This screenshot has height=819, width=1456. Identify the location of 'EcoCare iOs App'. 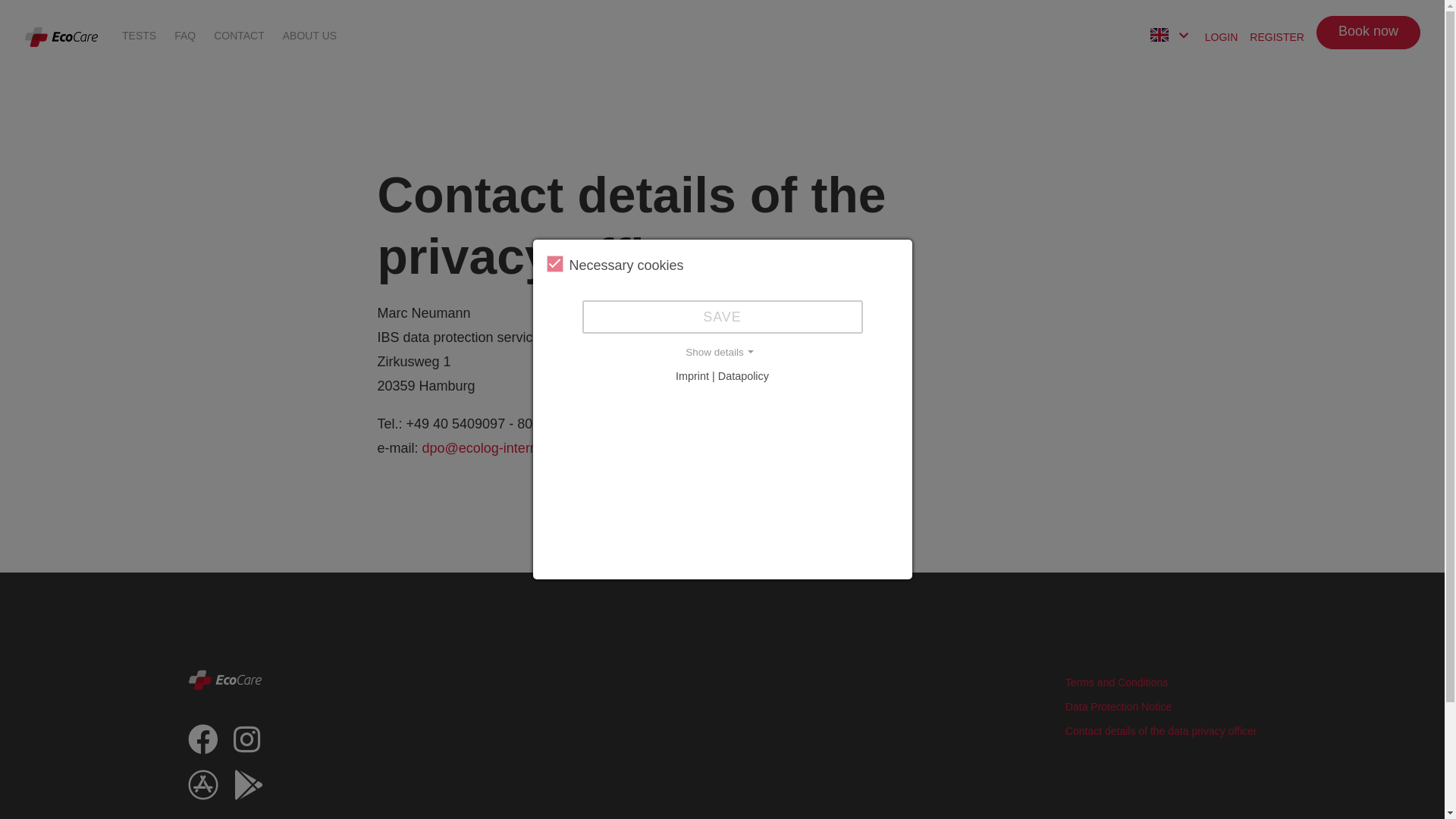
(187, 791).